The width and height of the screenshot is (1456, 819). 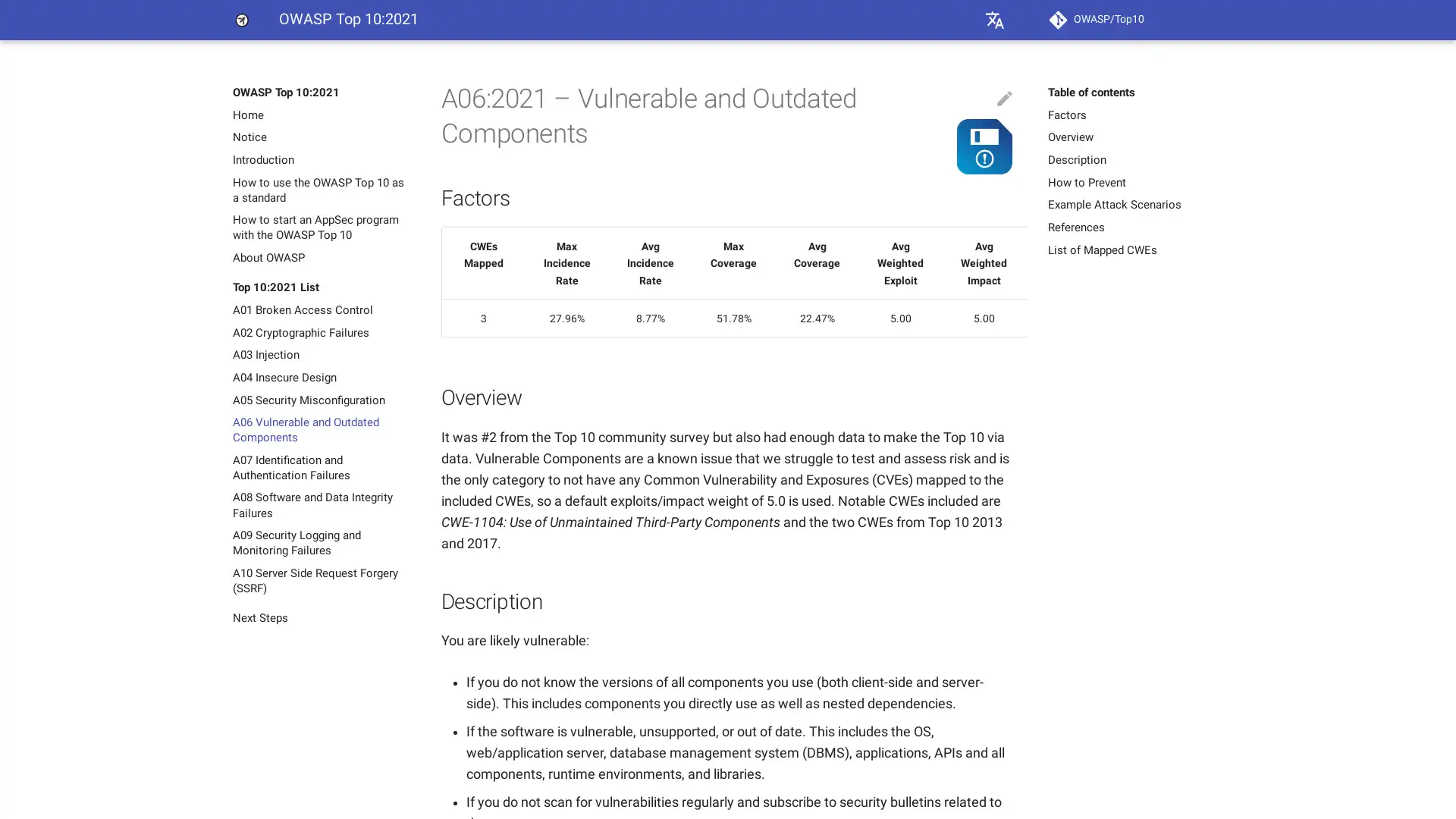 What do you see at coordinates (994, 20) in the screenshot?
I see `Select language` at bounding box center [994, 20].